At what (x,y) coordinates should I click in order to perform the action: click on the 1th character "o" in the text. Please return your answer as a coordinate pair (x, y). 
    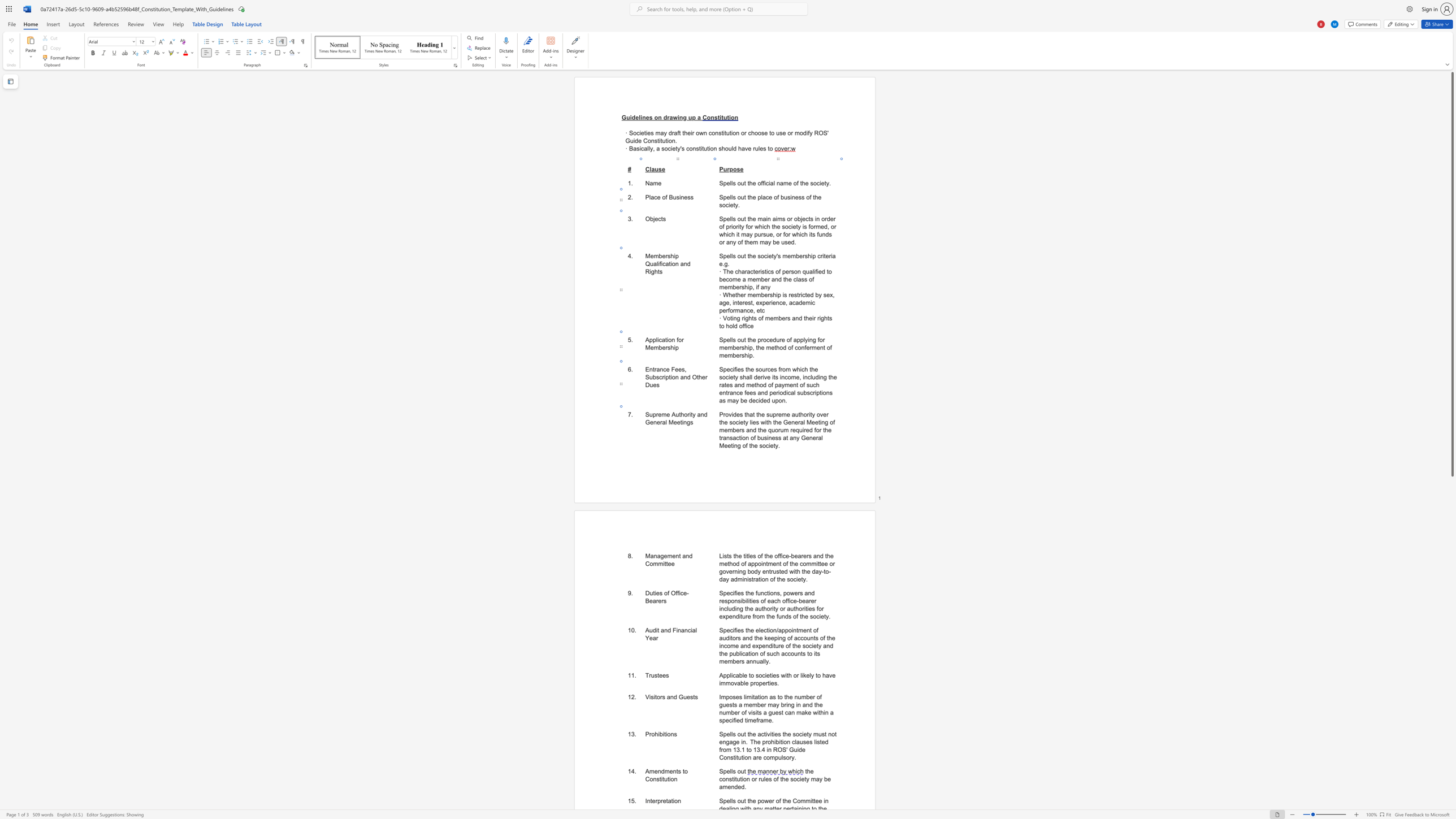
    Looking at the image, I should click on (686, 770).